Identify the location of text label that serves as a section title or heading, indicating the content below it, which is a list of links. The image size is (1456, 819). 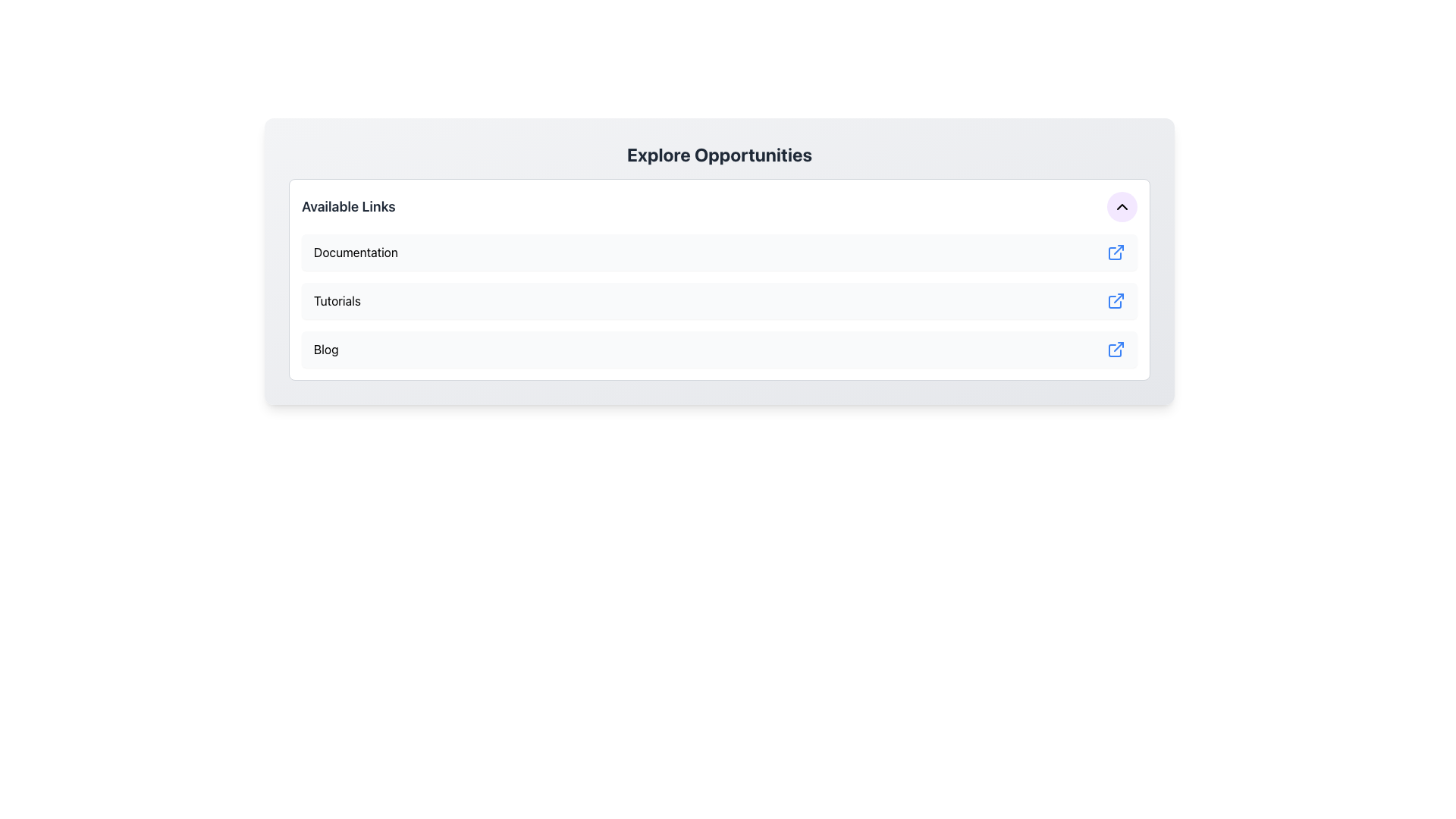
(347, 207).